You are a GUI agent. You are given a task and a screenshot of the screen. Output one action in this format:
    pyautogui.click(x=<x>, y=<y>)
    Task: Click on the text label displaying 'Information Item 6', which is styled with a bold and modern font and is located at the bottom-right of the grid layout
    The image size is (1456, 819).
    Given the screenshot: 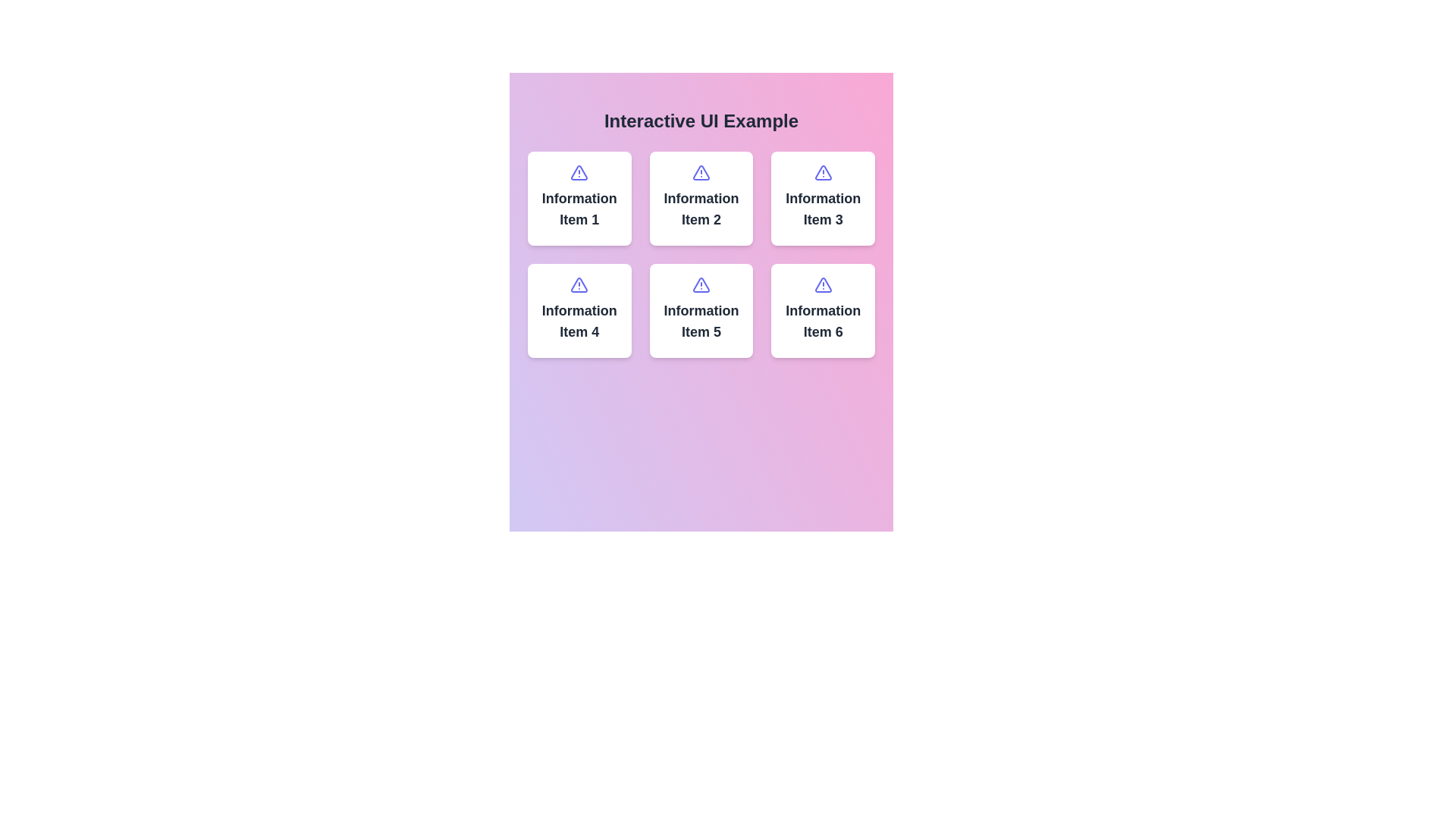 What is the action you would take?
    pyautogui.click(x=822, y=321)
    